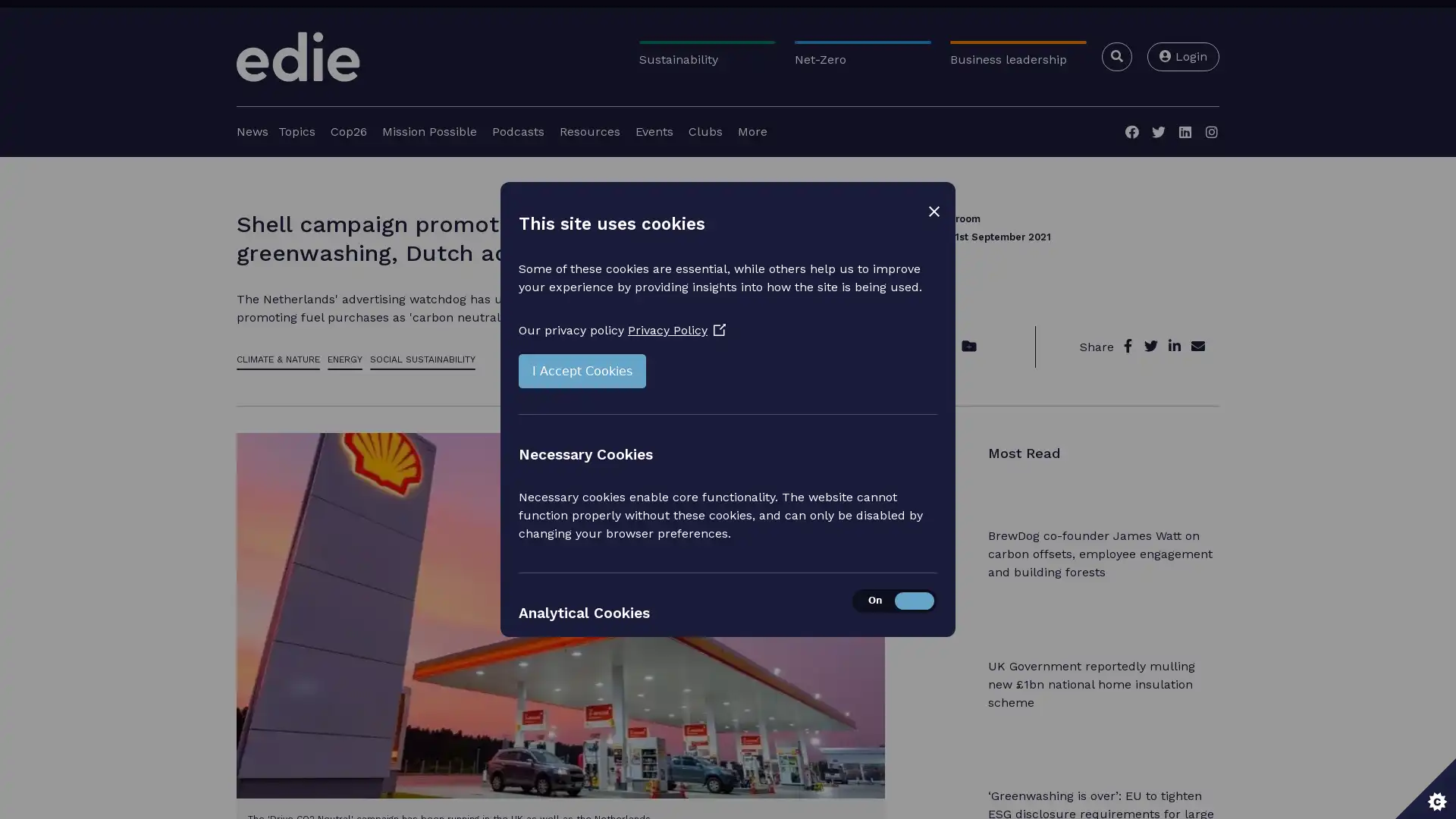 The height and width of the screenshot is (819, 1456). Describe the element at coordinates (582, 370) in the screenshot. I see `I Accept Cookies` at that location.